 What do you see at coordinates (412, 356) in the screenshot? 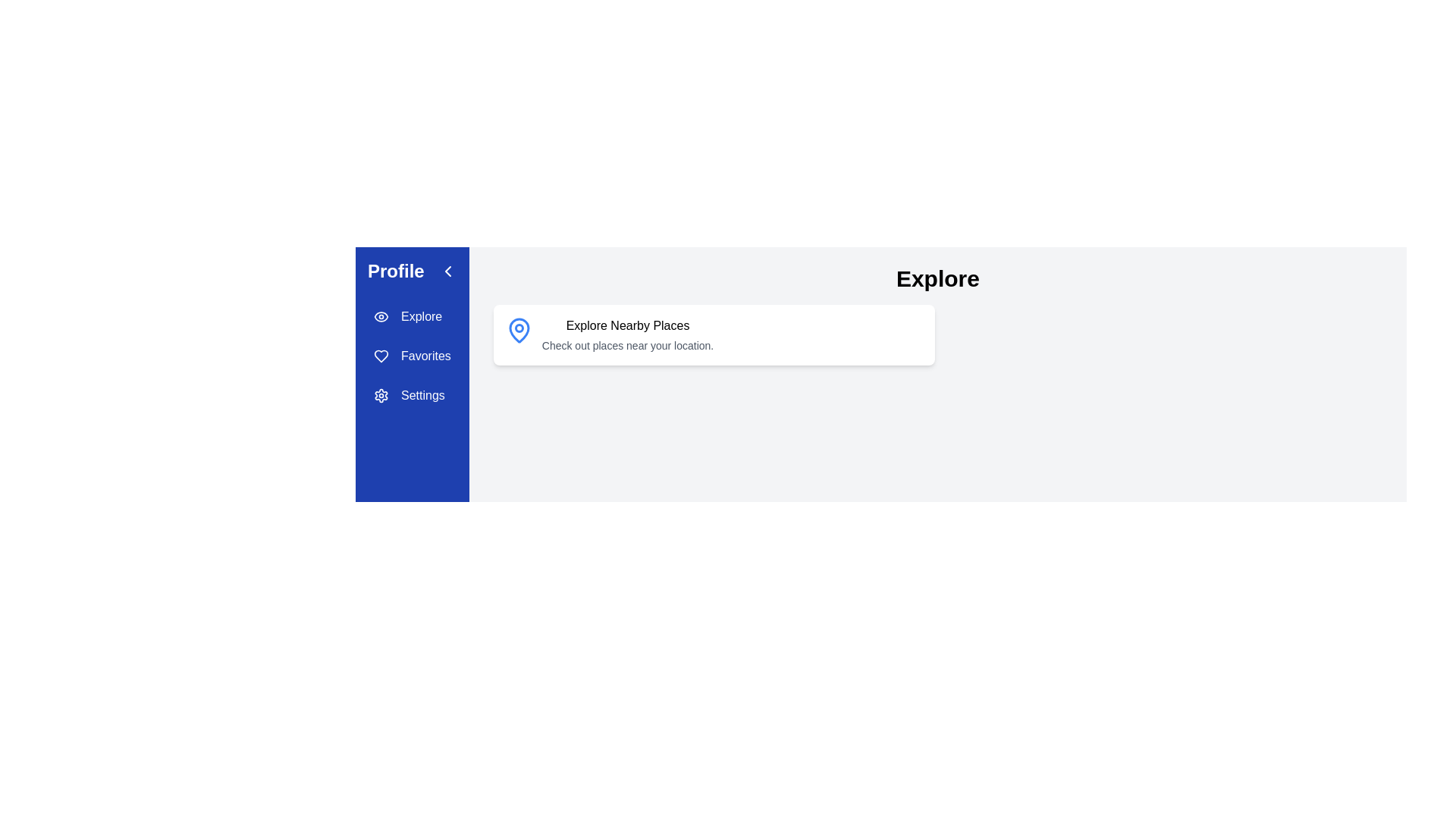
I see `the Favorites button located in the blue sidebar, which is the second item in the list between 'Explore' and 'Settings'` at bounding box center [412, 356].